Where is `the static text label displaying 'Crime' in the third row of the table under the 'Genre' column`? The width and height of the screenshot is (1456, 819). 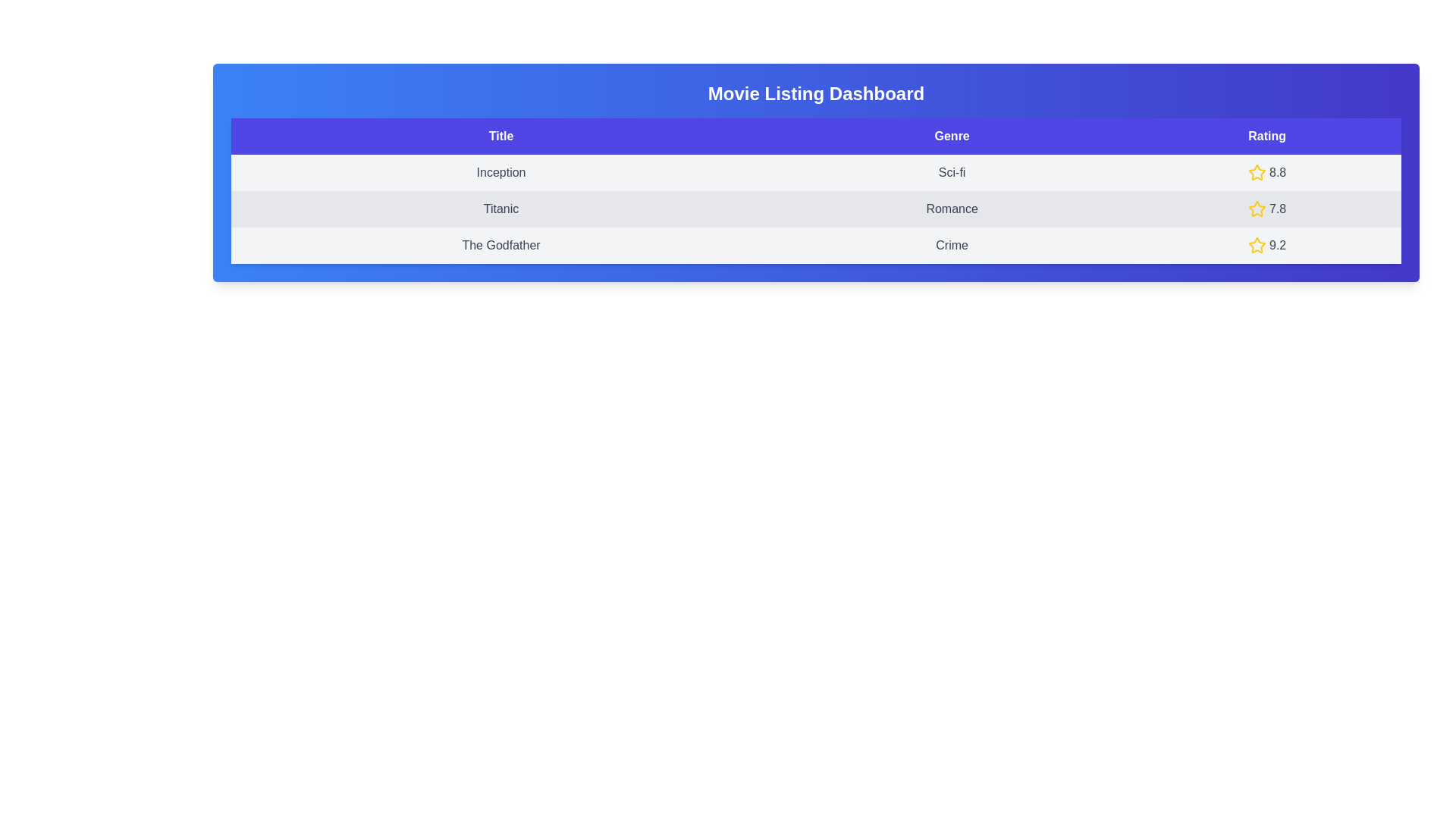 the static text label displaying 'Crime' in the third row of the table under the 'Genre' column is located at coordinates (951, 245).